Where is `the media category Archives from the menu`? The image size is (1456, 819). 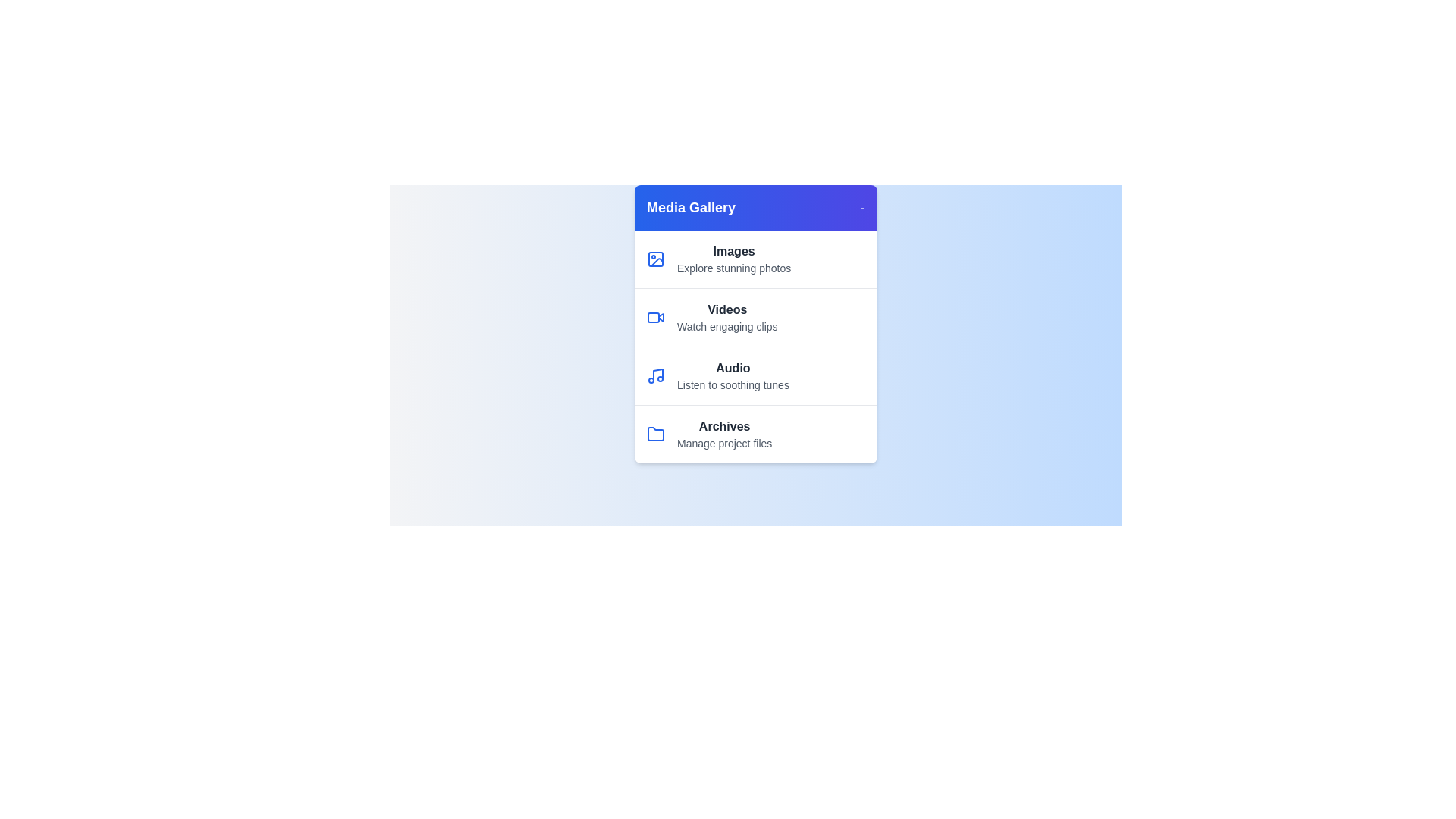 the media category Archives from the menu is located at coordinates (756, 434).